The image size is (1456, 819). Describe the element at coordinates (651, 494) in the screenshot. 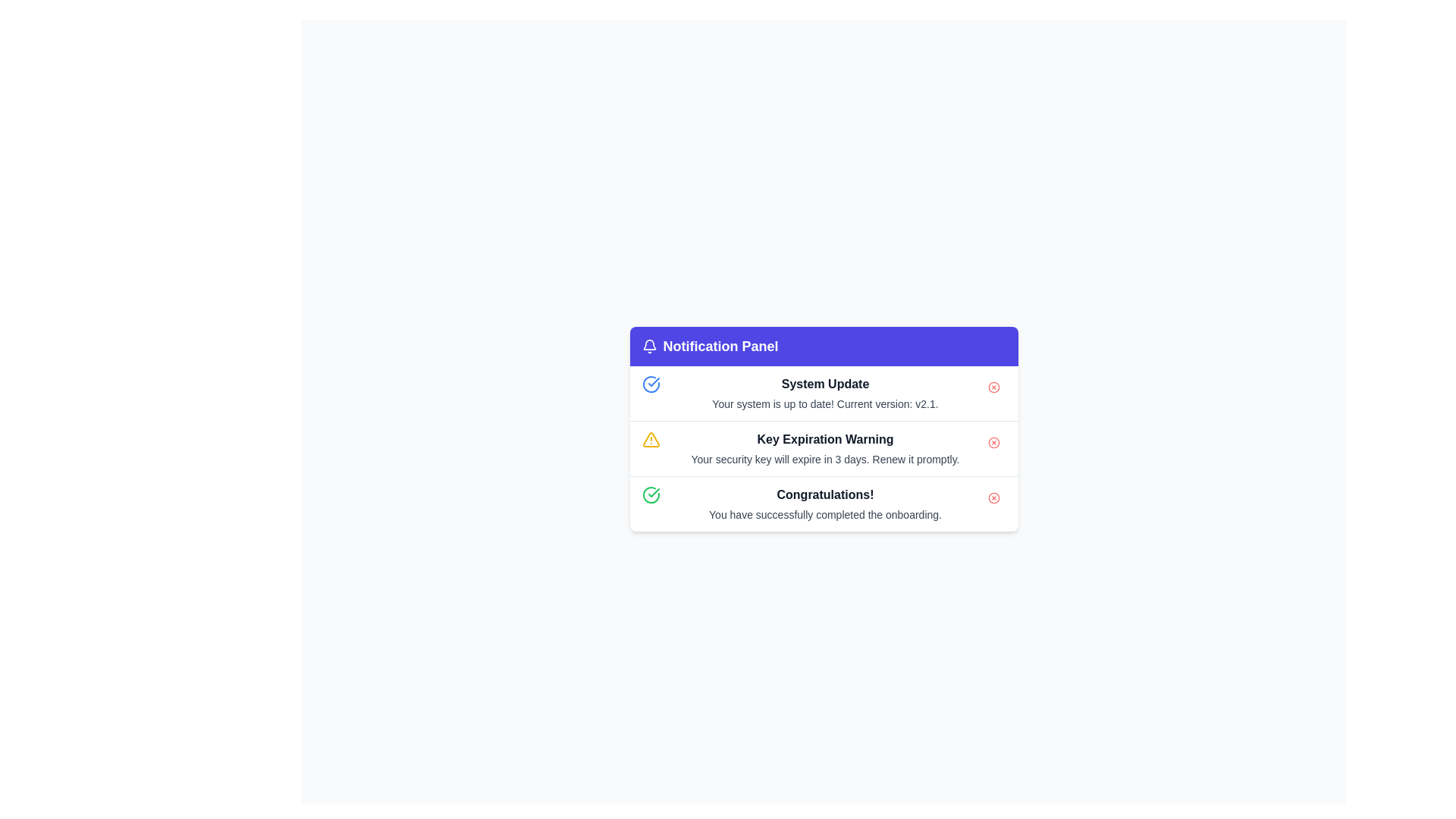

I see `the completion indicator icon located in the third notification row of the Notification Panel, which is directly to the left of the 'Congratulations!' text` at that location.